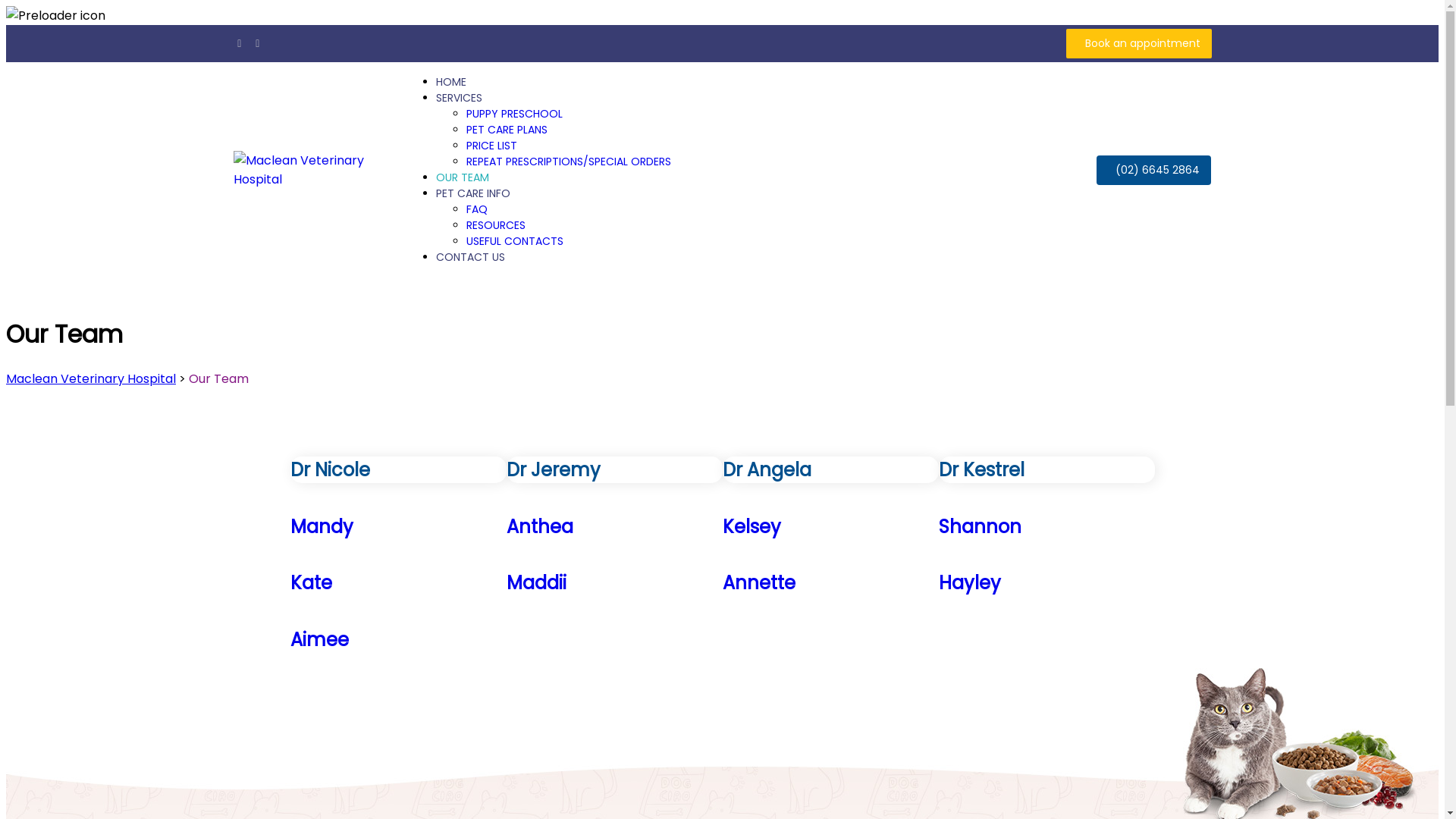 Image resolution: width=1456 pixels, height=819 pixels. Describe the element at coordinates (472, 192) in the screenshot. I see `'PET CARE INFO'` at that location.